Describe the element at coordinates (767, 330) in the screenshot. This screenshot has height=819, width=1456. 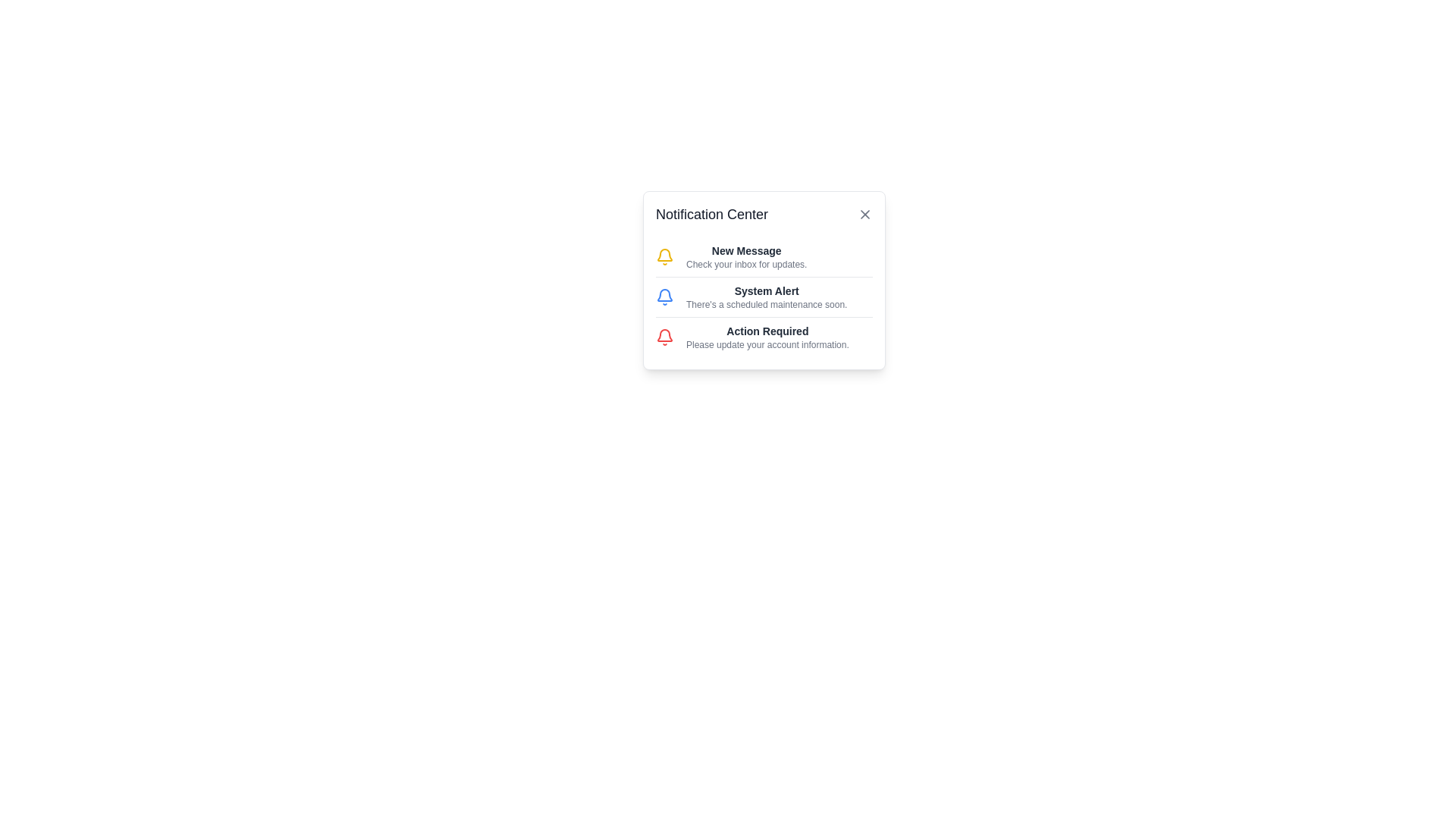
I see `the text label displaying 'Action Required' in bold within the notification card under the 'Notification Center'` at that location.